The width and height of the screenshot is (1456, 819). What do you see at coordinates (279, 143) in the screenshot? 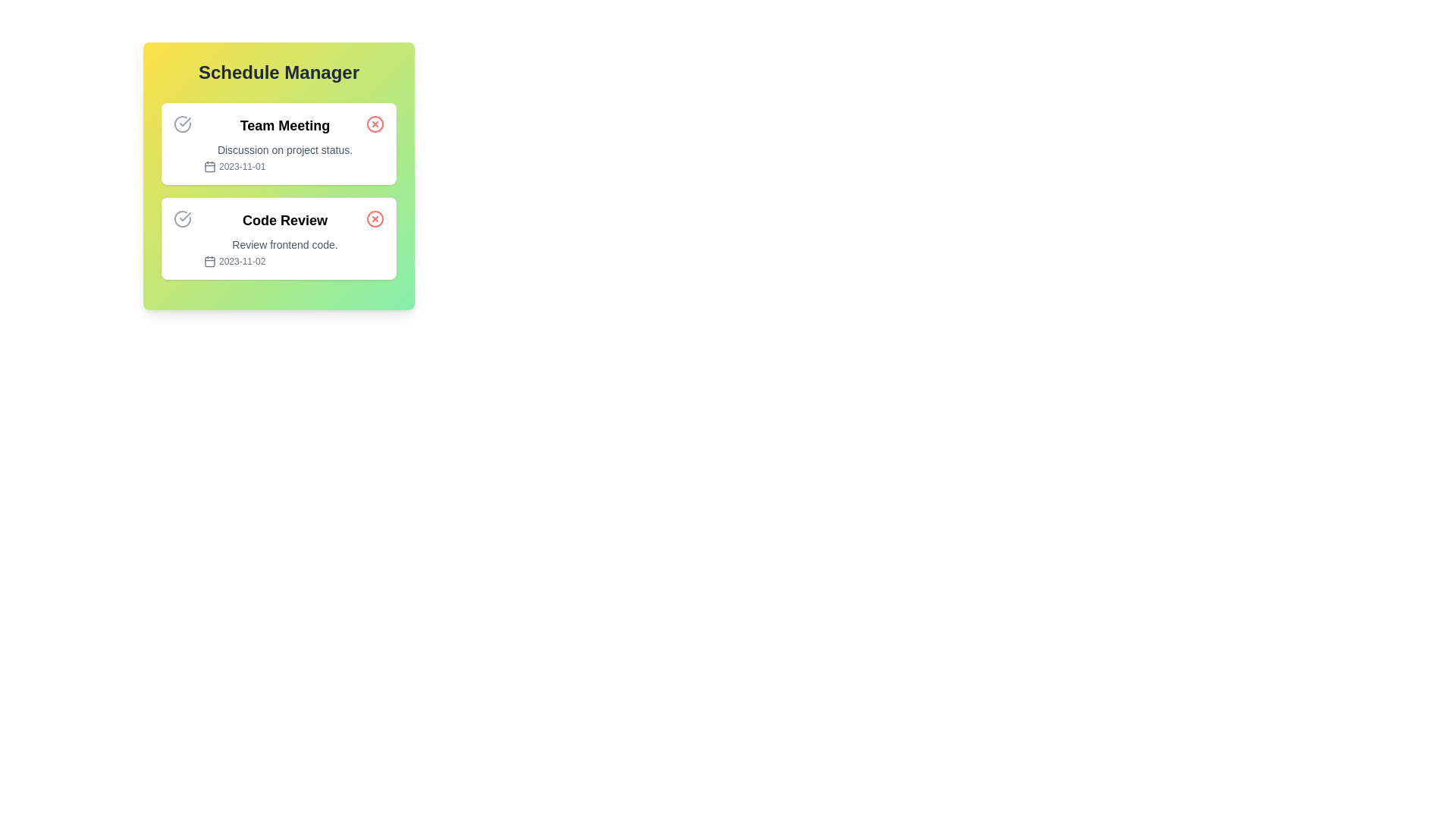
I see `the first card in the Schedule Manager, which displays meeting details and associated actions` at bounding box center [279, 143].